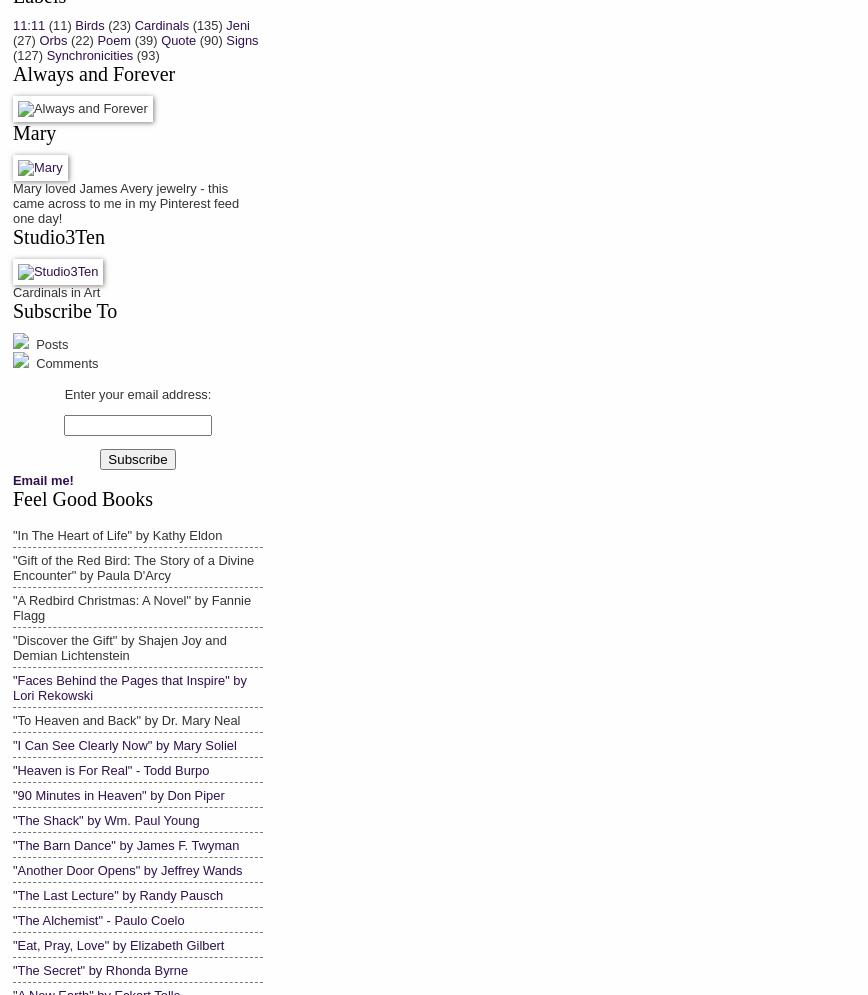 The image size is (868, 995). What do you see at coordinates (89, 24) in the screenshot?
I see `'Birds'` at bounding box center [89, 24].